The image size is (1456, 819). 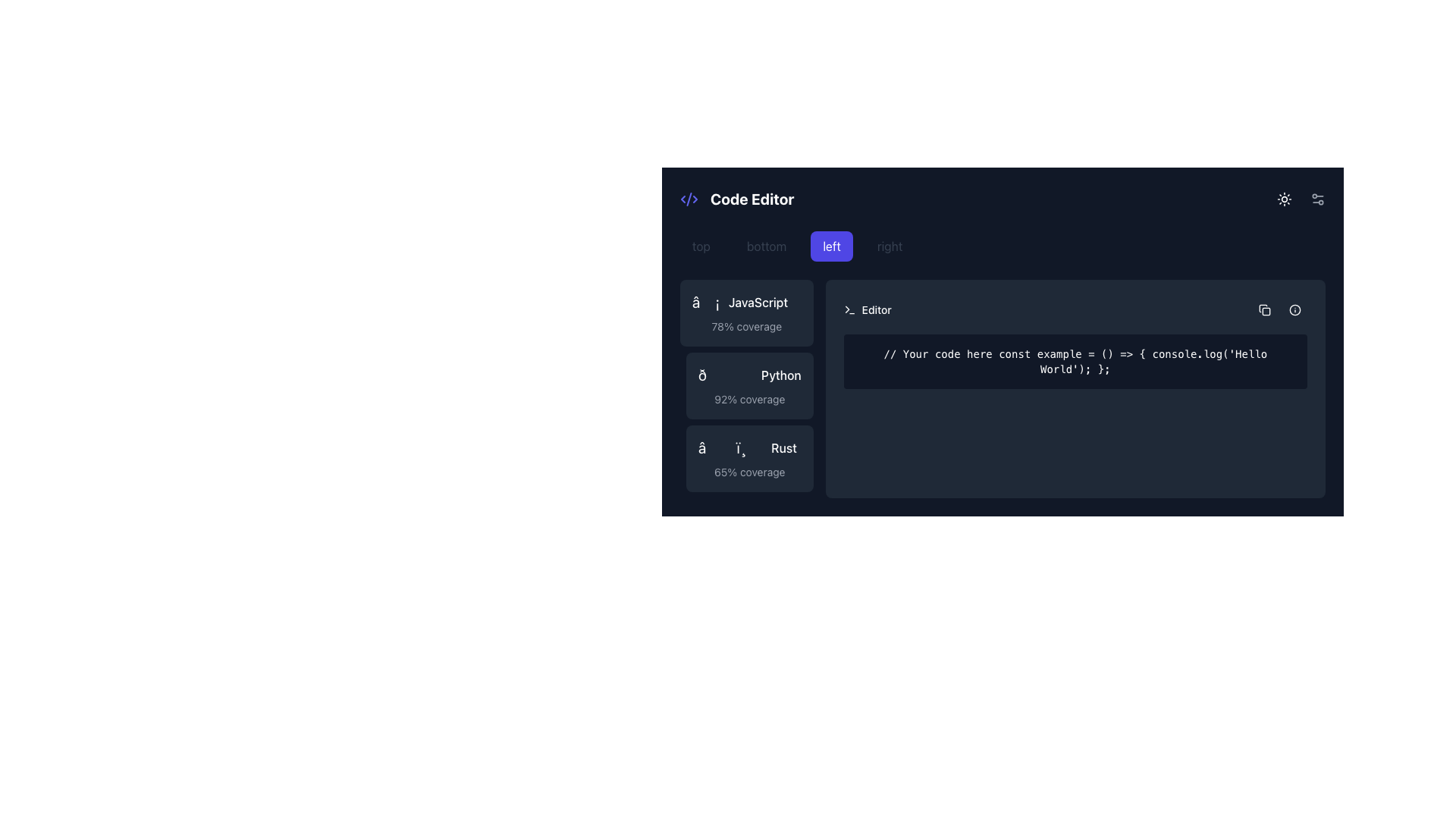 What do you see at coordinates (746, 388) in the screenshot?
I see `the interactive programming language card that represents the second card in a stack of three, located on the left section of the interface` at bounding box center [746, 388].